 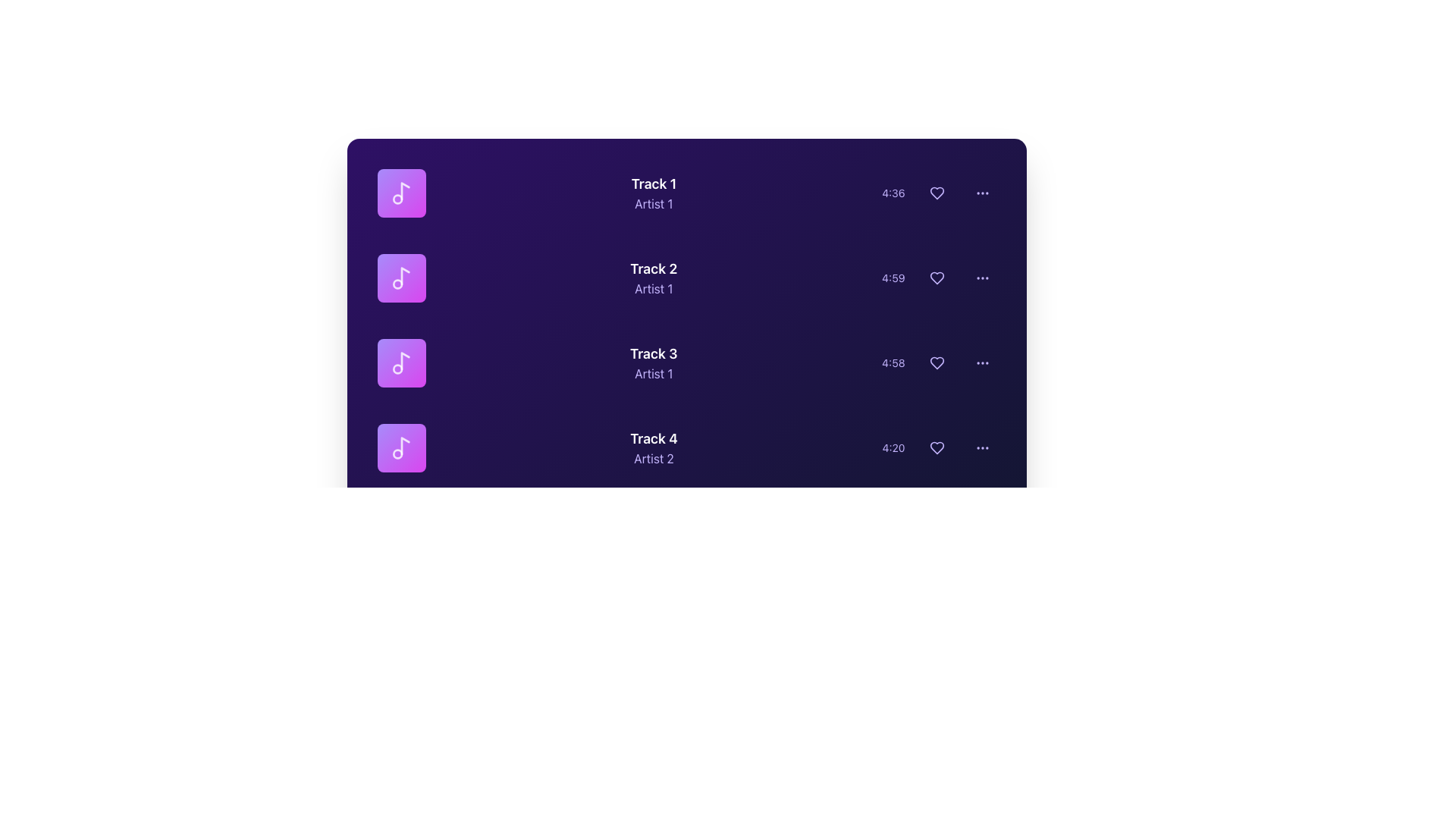 I want to click on the text label displaying the title of a music track located in the fourth row of the music track list, so click(x=654, y=438).